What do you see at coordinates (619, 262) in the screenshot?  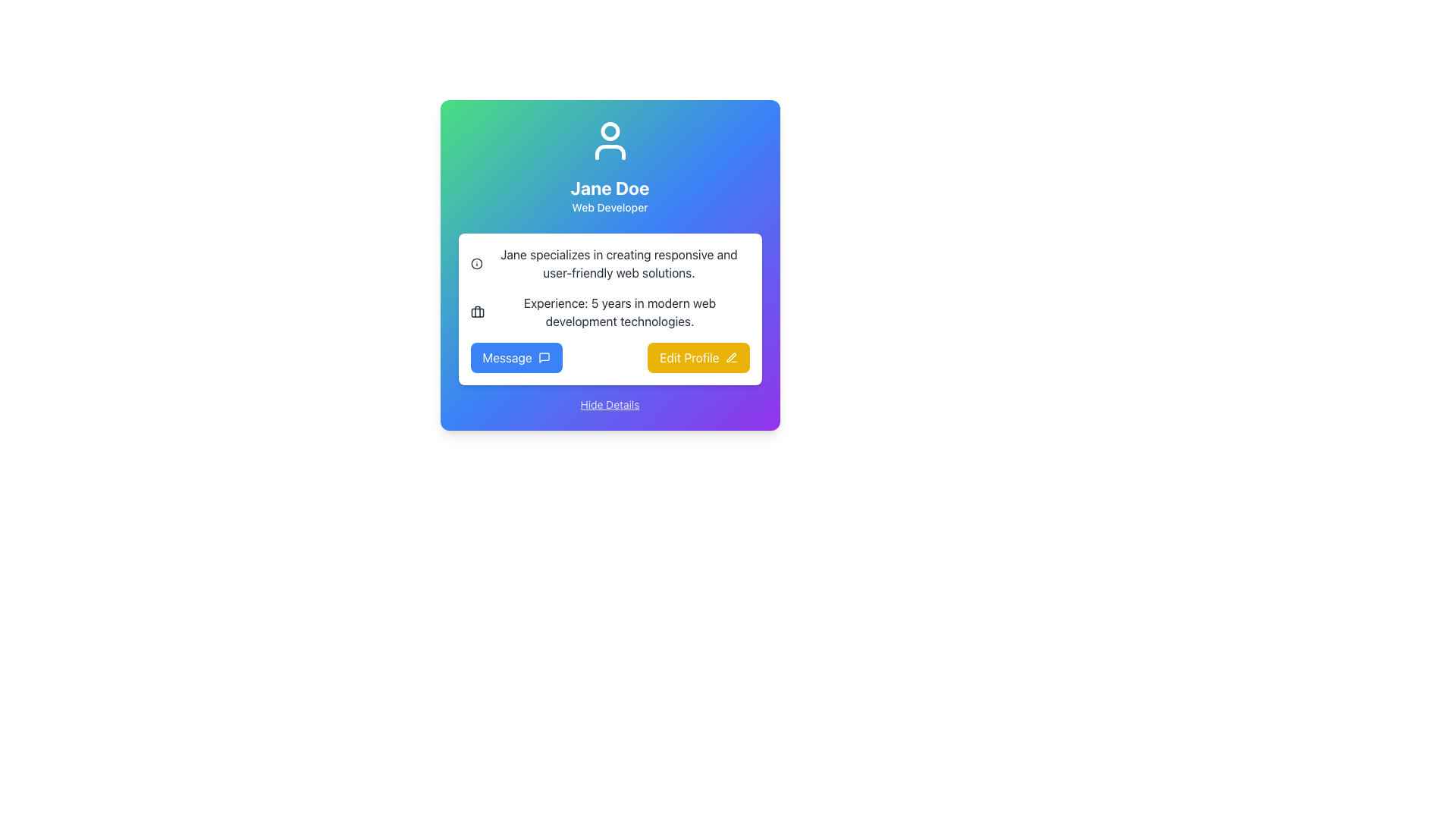 I see `the Text Display element that provides information about Jane's professional focus and skills, located beneath her name 'Jane Doe' and title 'Web Developer'` at bounding box center [619, 262].